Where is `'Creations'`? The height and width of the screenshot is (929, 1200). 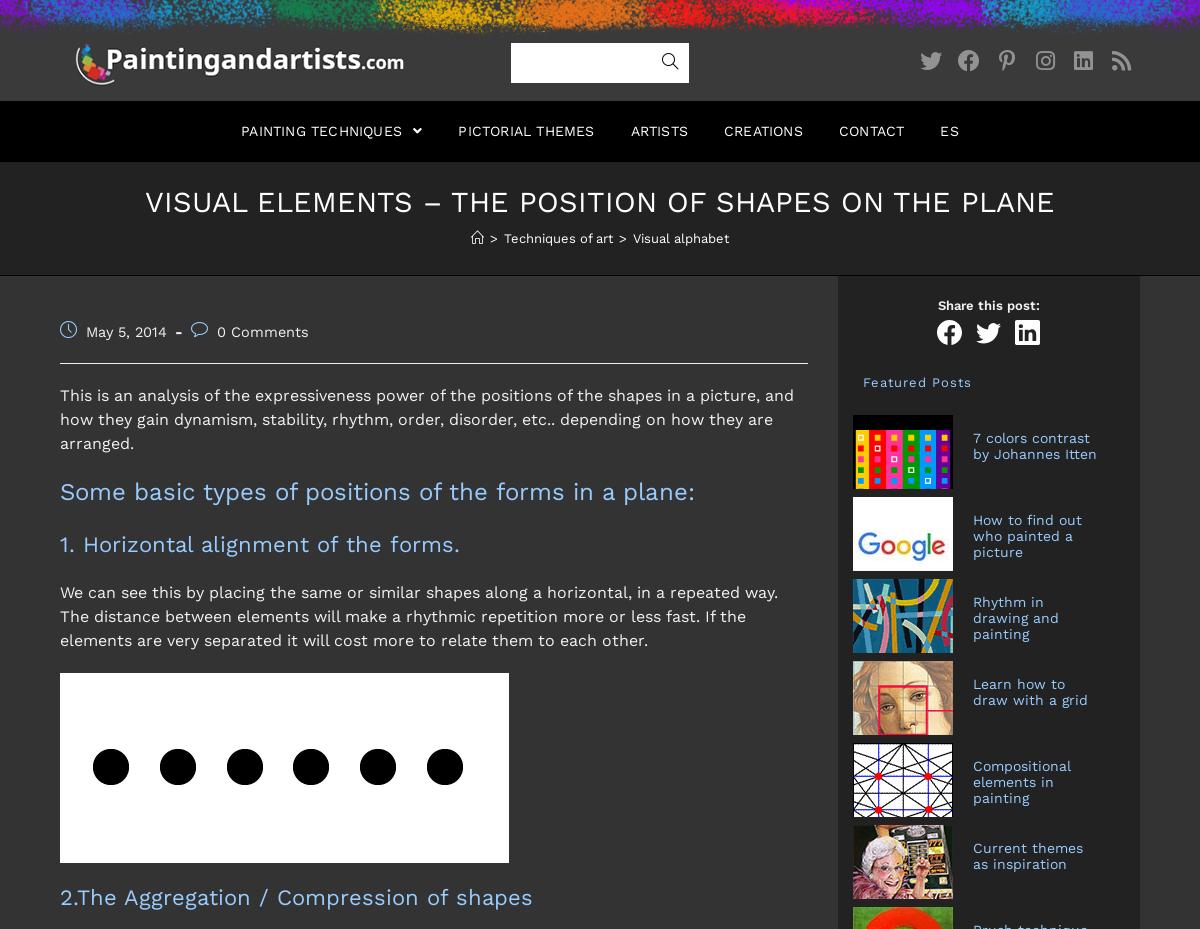
'Creations' is located at coordinates (761, 130).